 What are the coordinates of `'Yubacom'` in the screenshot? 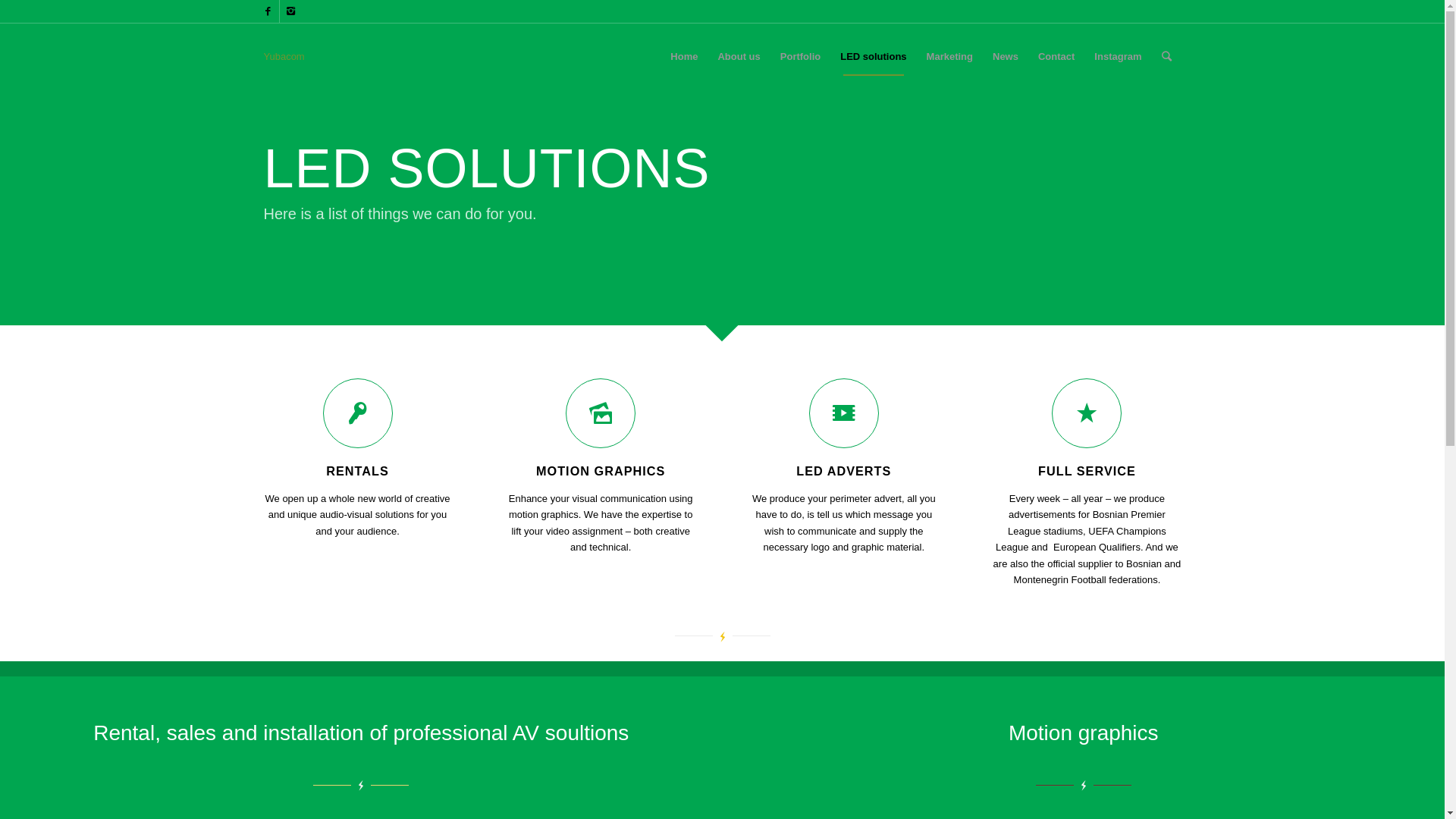 It's located at (284, 55).